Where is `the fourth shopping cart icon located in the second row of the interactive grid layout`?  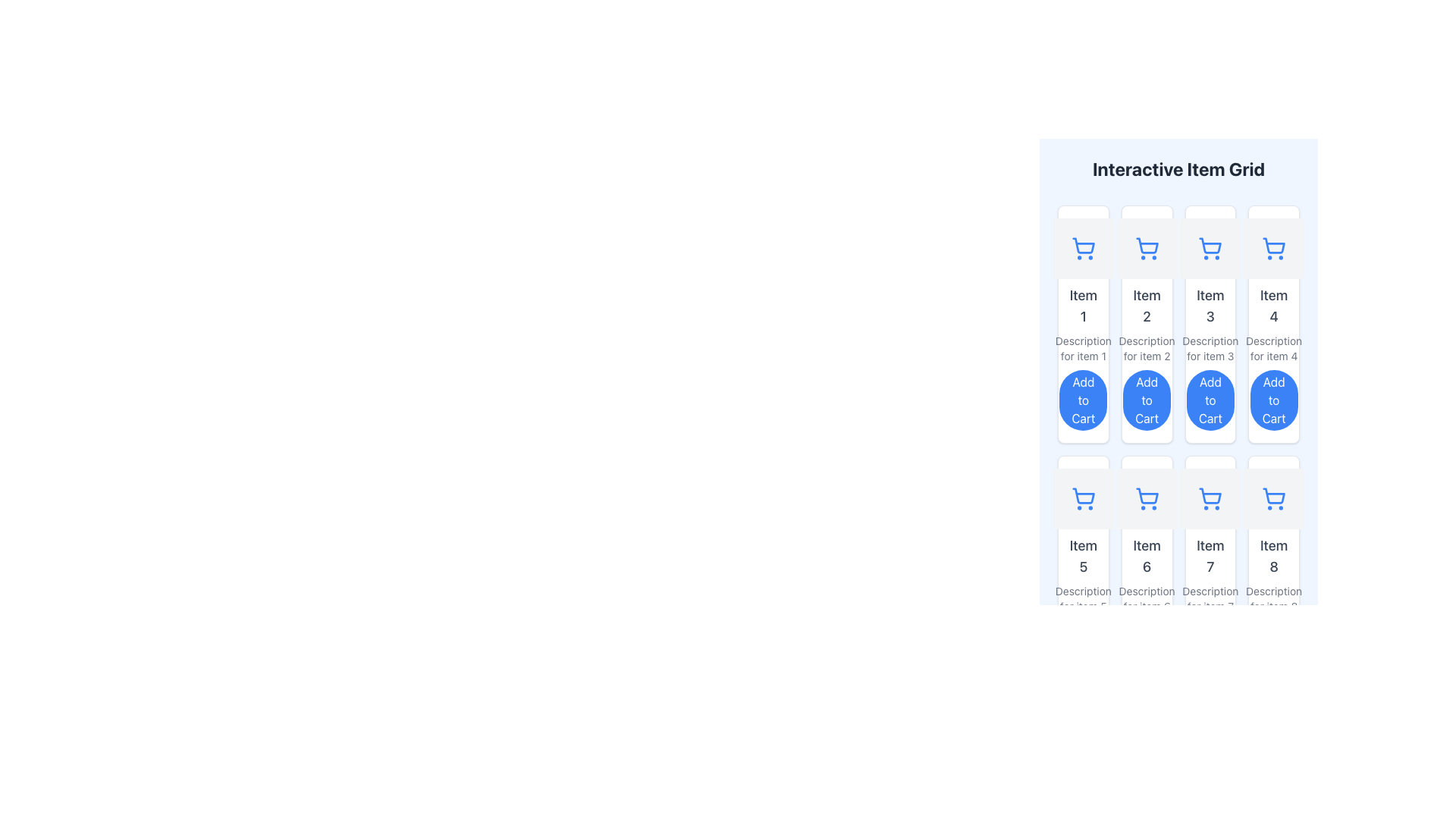
the fourth shopping cart icon located in the second row of the interactive grid layout is located at coordinates (1274, 499).